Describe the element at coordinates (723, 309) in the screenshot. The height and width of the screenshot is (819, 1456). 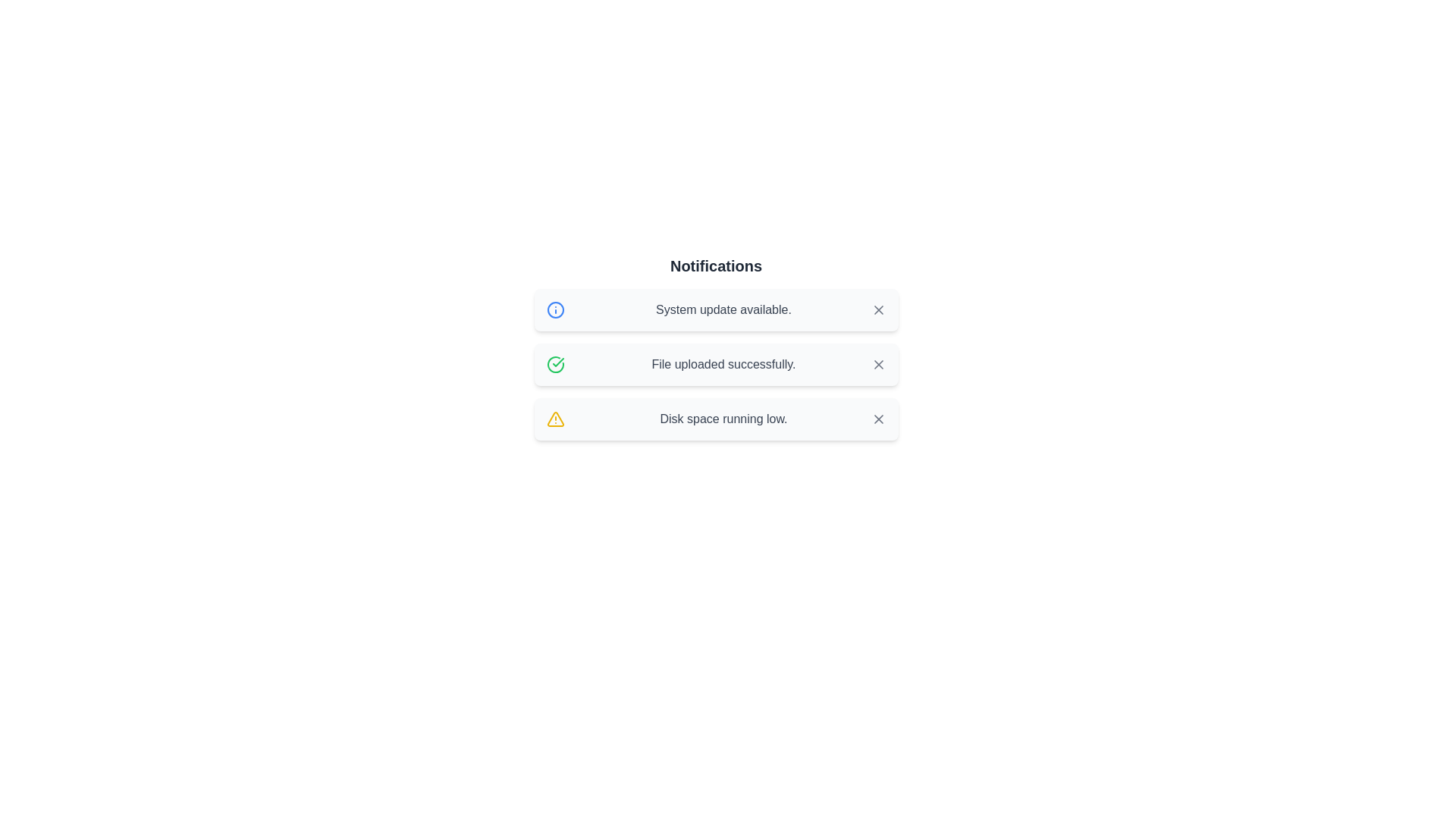
I see `the notification message displayed in the central text label about the system update` at that location.